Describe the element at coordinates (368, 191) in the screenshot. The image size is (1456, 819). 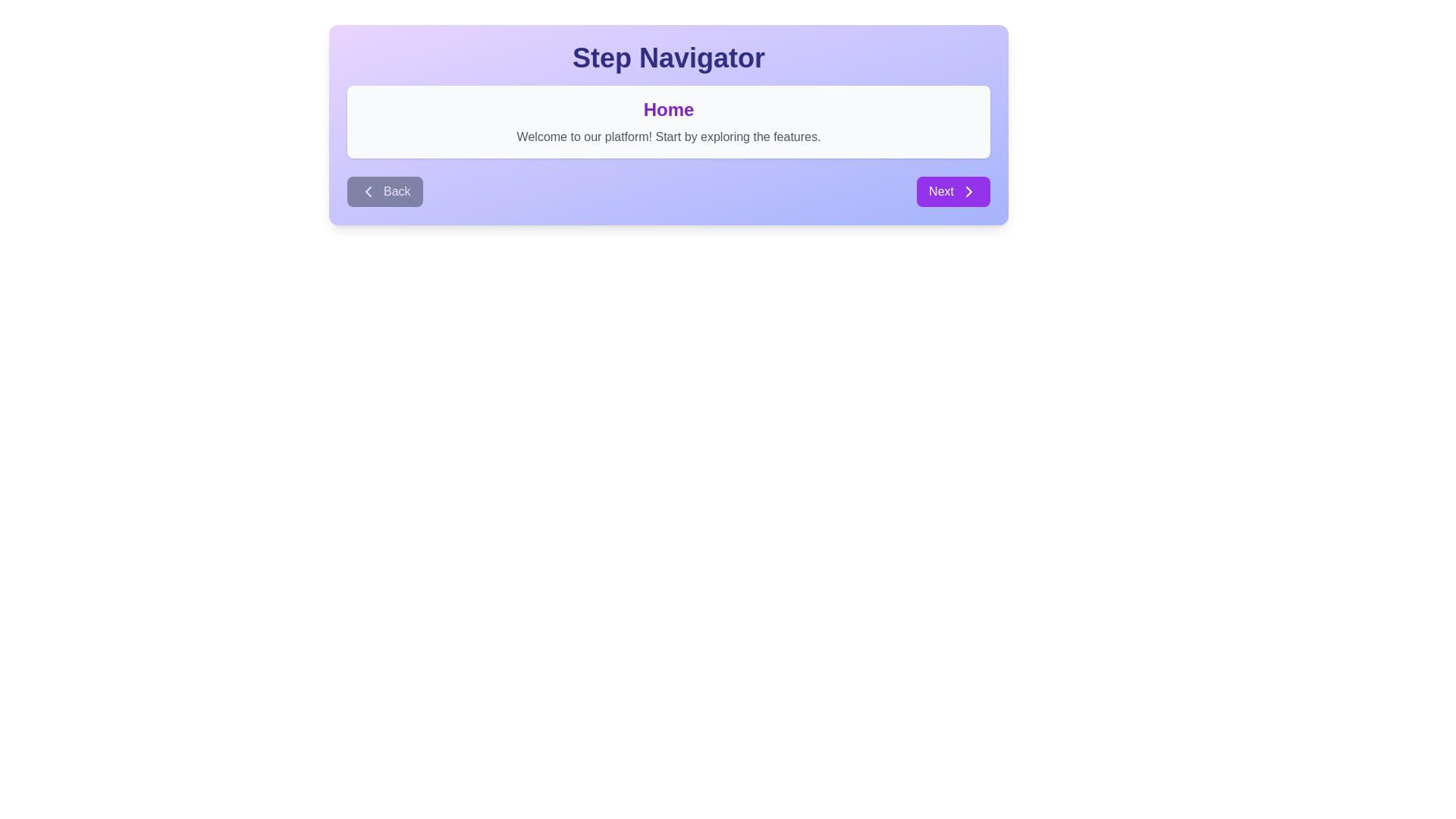
I see `the 'Back' button containing the leftward-pointing chevron icon` at that location.